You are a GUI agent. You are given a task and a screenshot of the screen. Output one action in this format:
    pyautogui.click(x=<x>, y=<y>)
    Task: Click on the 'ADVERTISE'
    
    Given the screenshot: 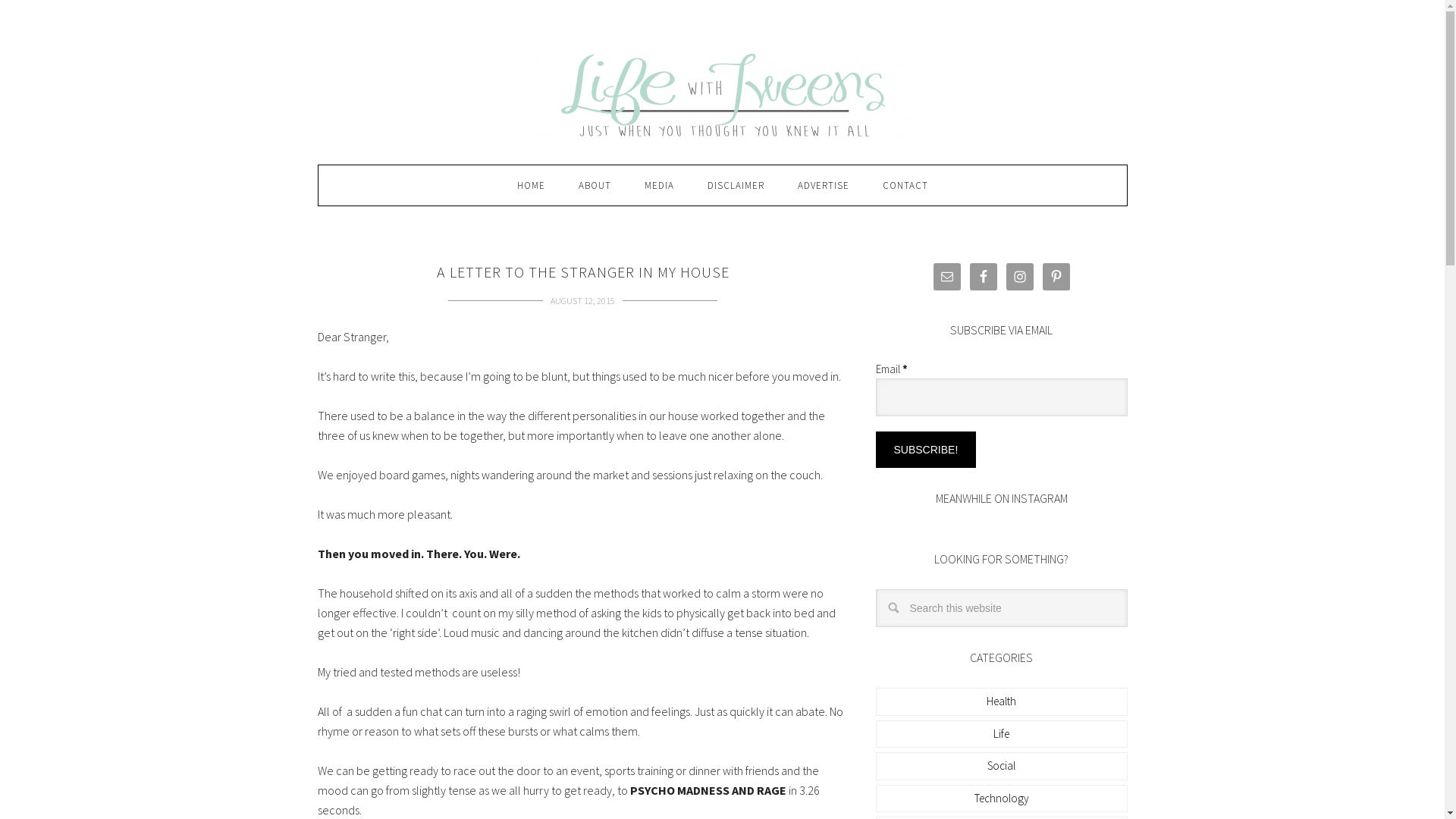 What is the action you would take?
    pyautogui.click(x=822, y=184)
    